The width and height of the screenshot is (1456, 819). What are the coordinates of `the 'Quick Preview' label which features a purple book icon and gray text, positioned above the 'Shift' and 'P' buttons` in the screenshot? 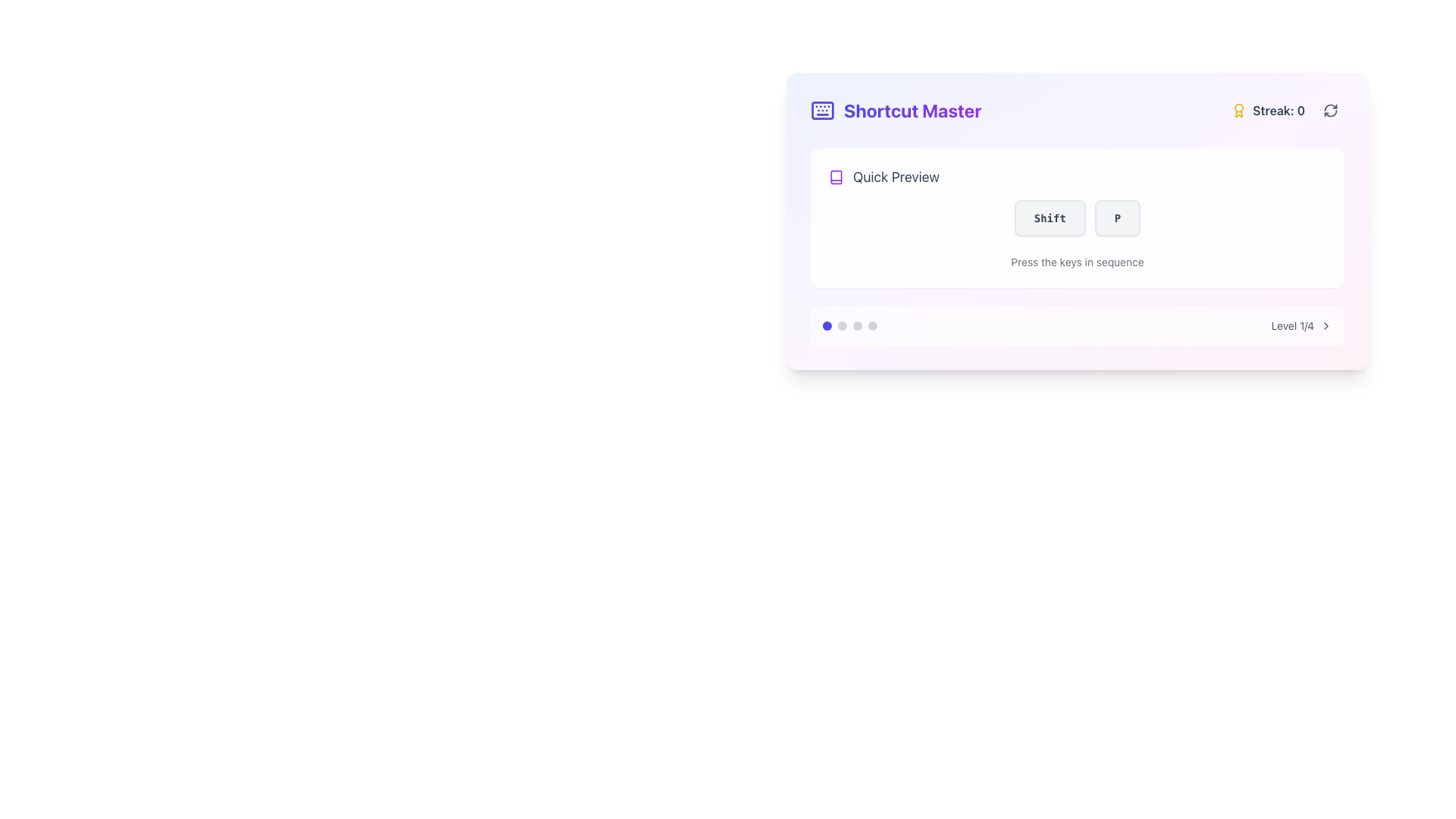 It's located at (1076, 177).